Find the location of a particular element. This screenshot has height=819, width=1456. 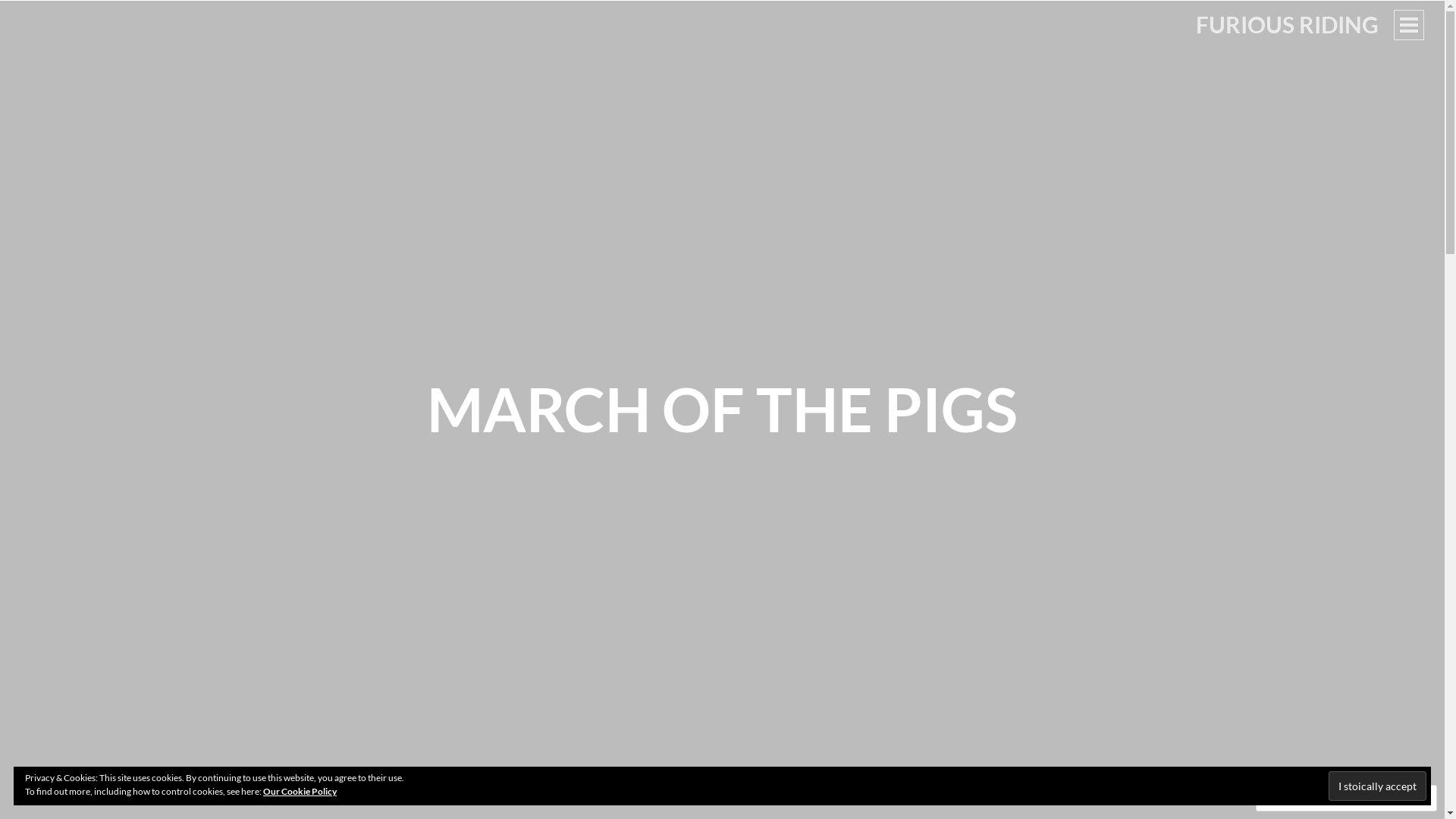

'Follow' is located at coordinates (1373, 797).